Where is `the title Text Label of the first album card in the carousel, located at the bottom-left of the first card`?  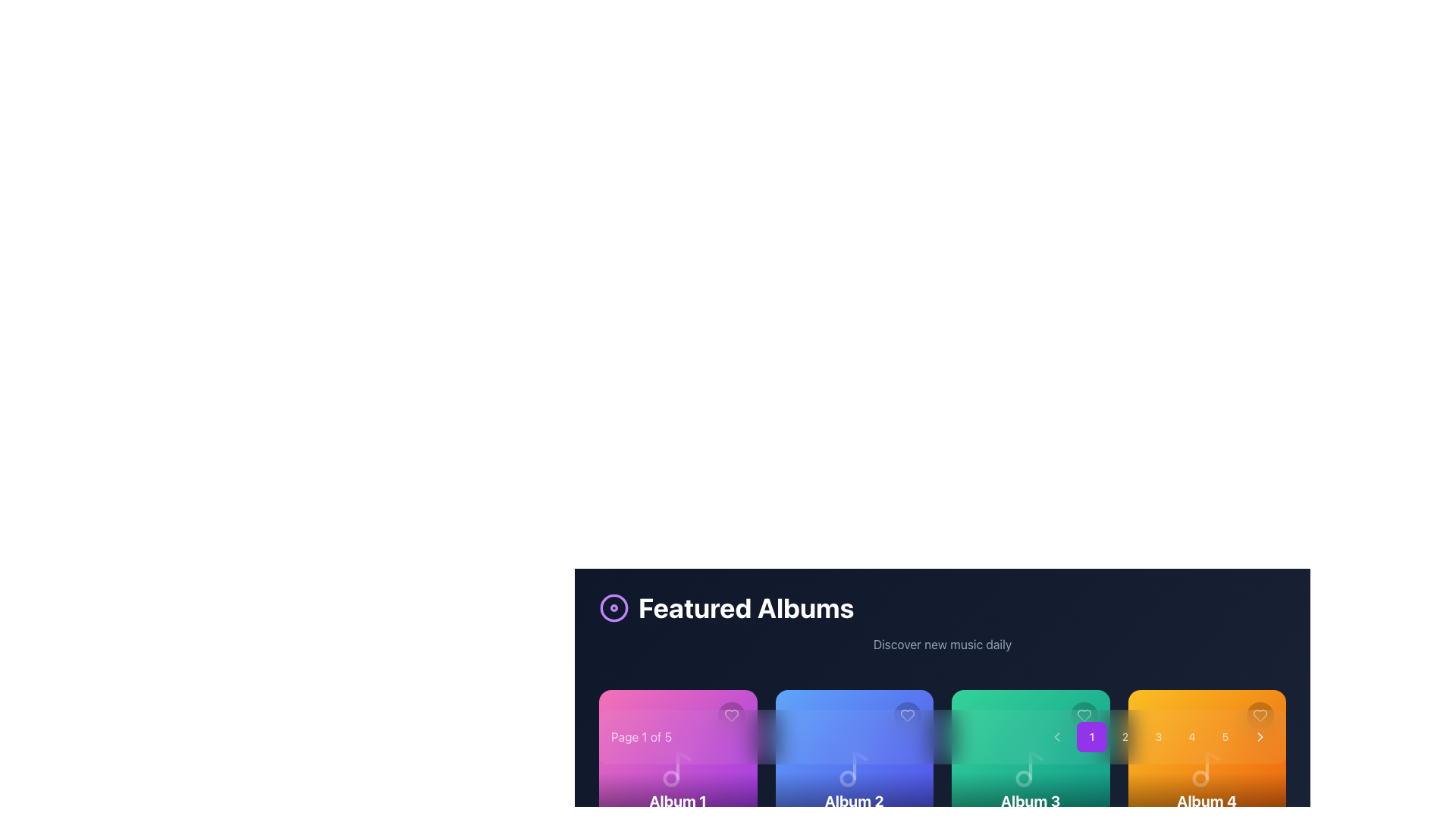
the title Text Label of the first album card in the carousel, located at the bottom-left of the first card is located at coordinates (677, 800).